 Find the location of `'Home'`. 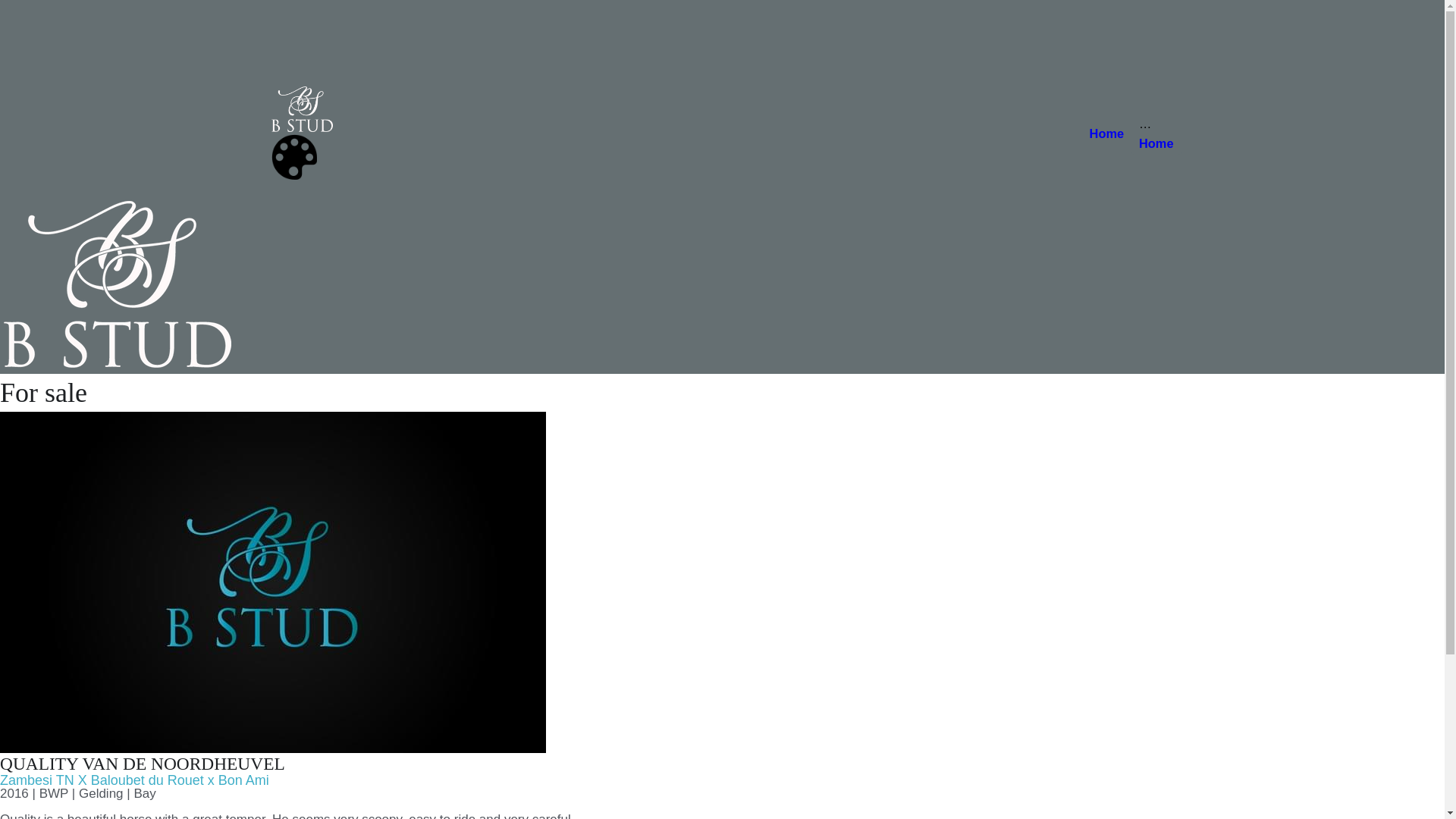

'Home' is located at coordinates (1155, 143).